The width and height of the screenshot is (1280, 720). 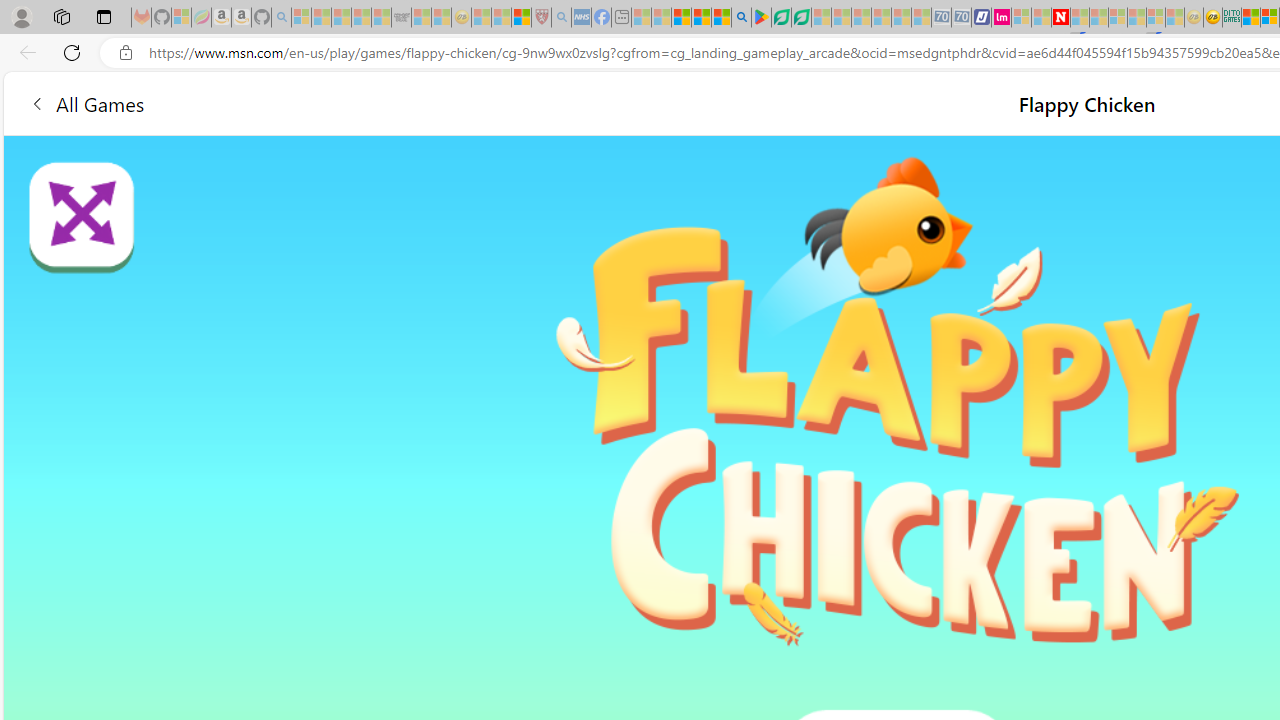 I want to click on 'Jobs - lastminute.com Investor Portal', so click(x=1001, y=17).